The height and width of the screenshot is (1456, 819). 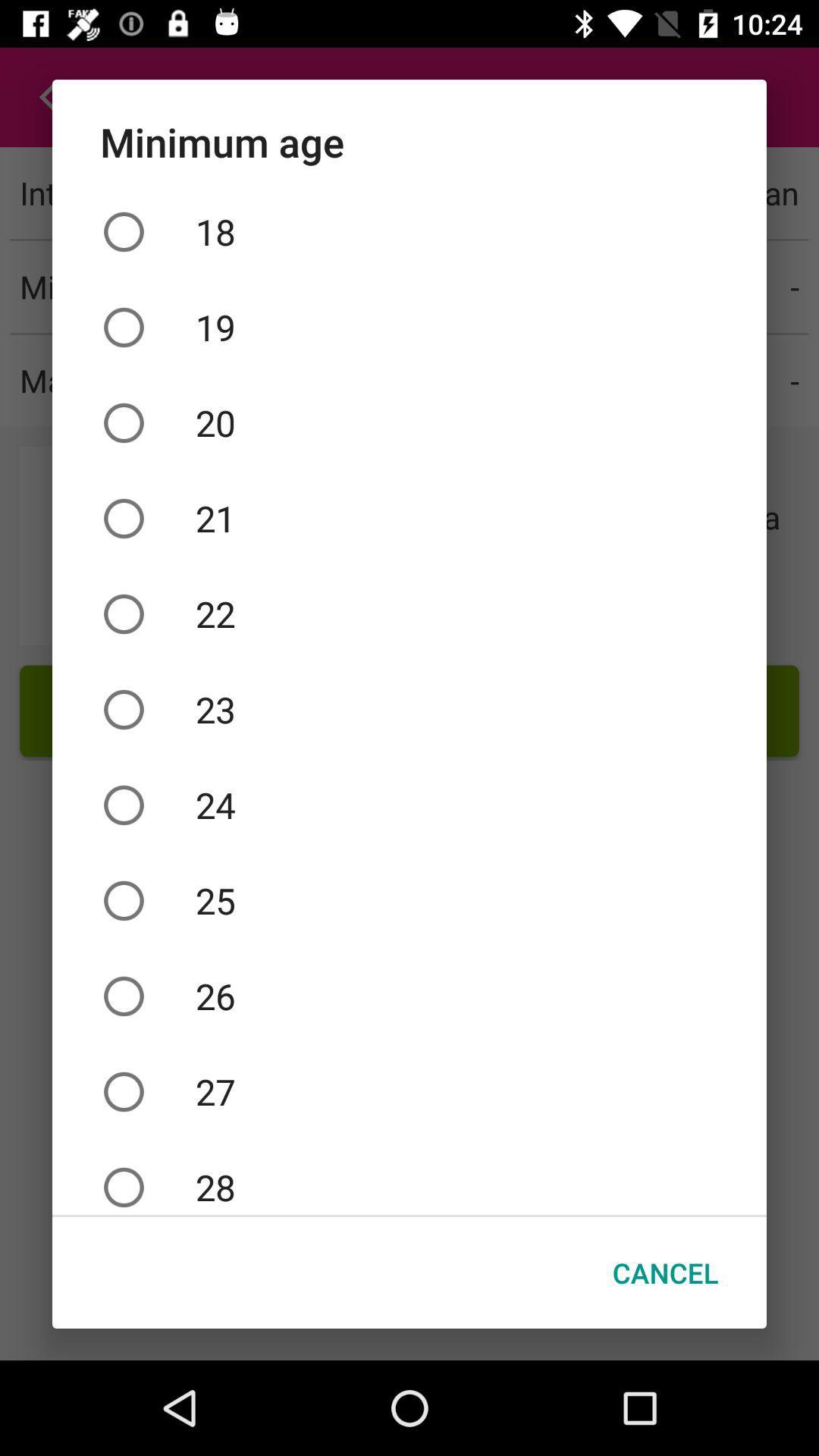 What do you see at coordinates (664, 1272) in the screenshot?
I see `cancel button` at bounding box center [664, 1272].